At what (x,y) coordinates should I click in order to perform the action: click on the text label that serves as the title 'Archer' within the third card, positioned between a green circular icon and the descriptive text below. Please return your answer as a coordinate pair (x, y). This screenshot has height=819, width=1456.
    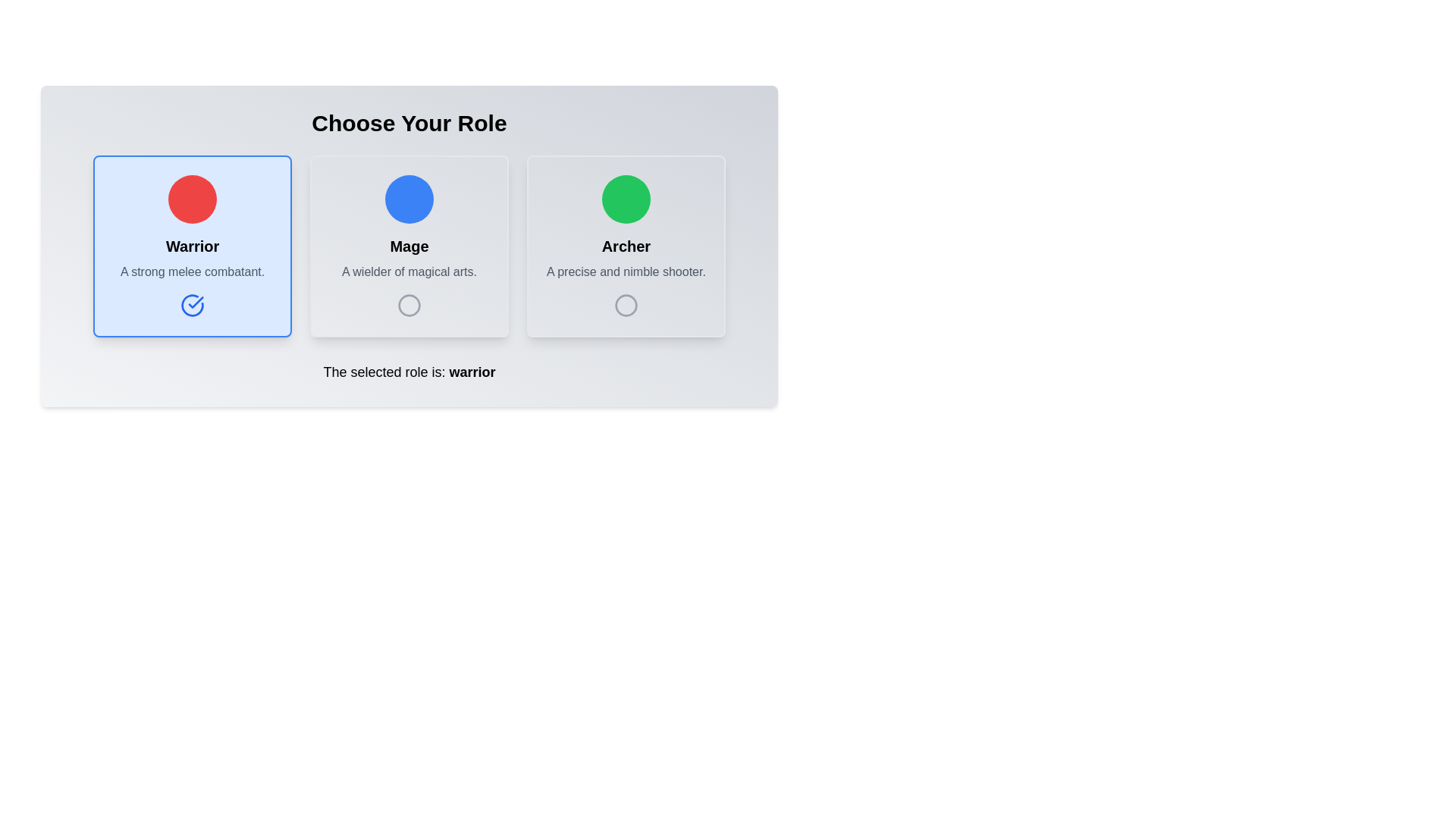
    Looking at the image, I should click on (626, 245).